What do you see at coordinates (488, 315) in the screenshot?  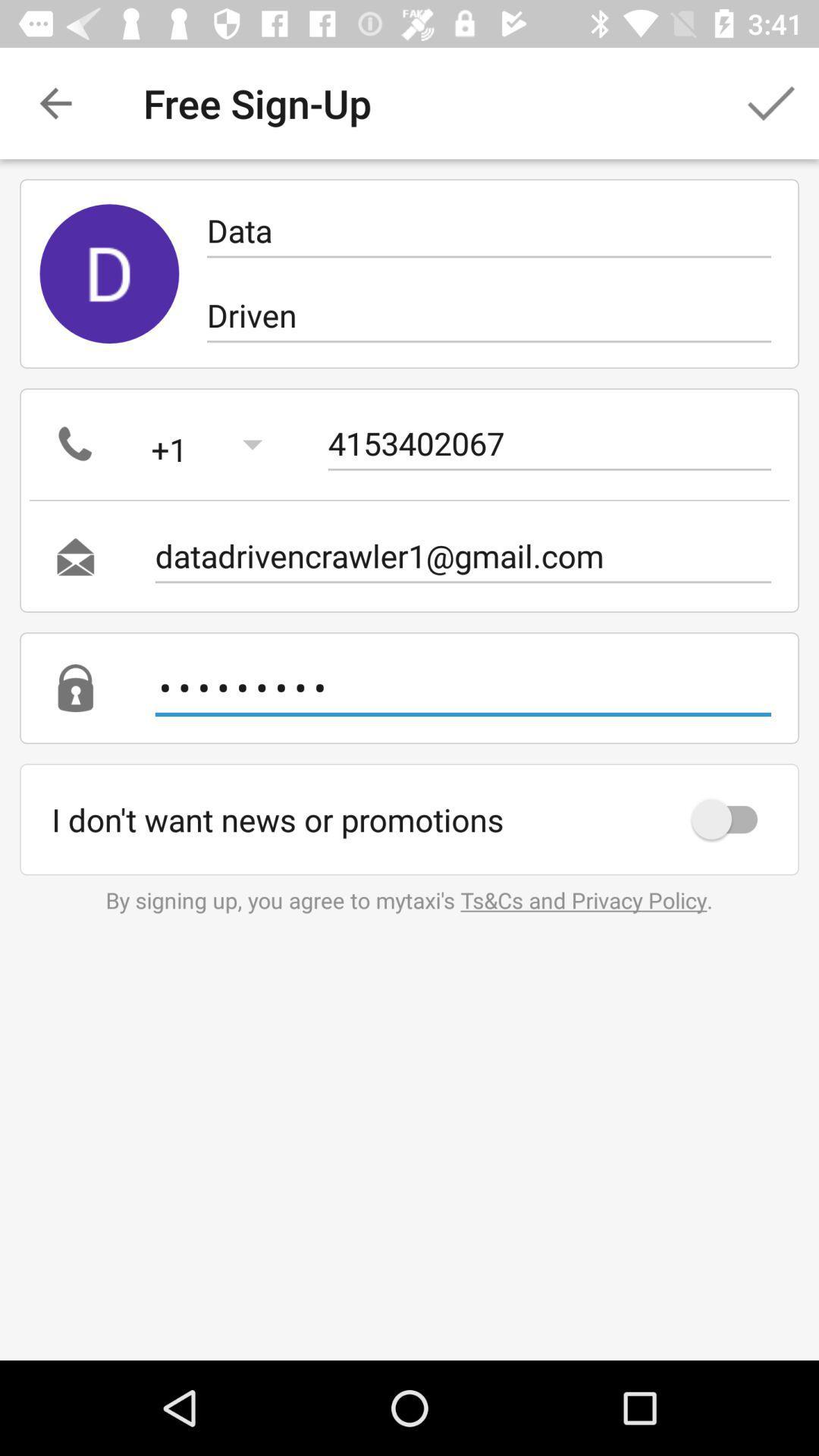 I see `icon above 4153402067 icon` at bounding box center [488, 315].